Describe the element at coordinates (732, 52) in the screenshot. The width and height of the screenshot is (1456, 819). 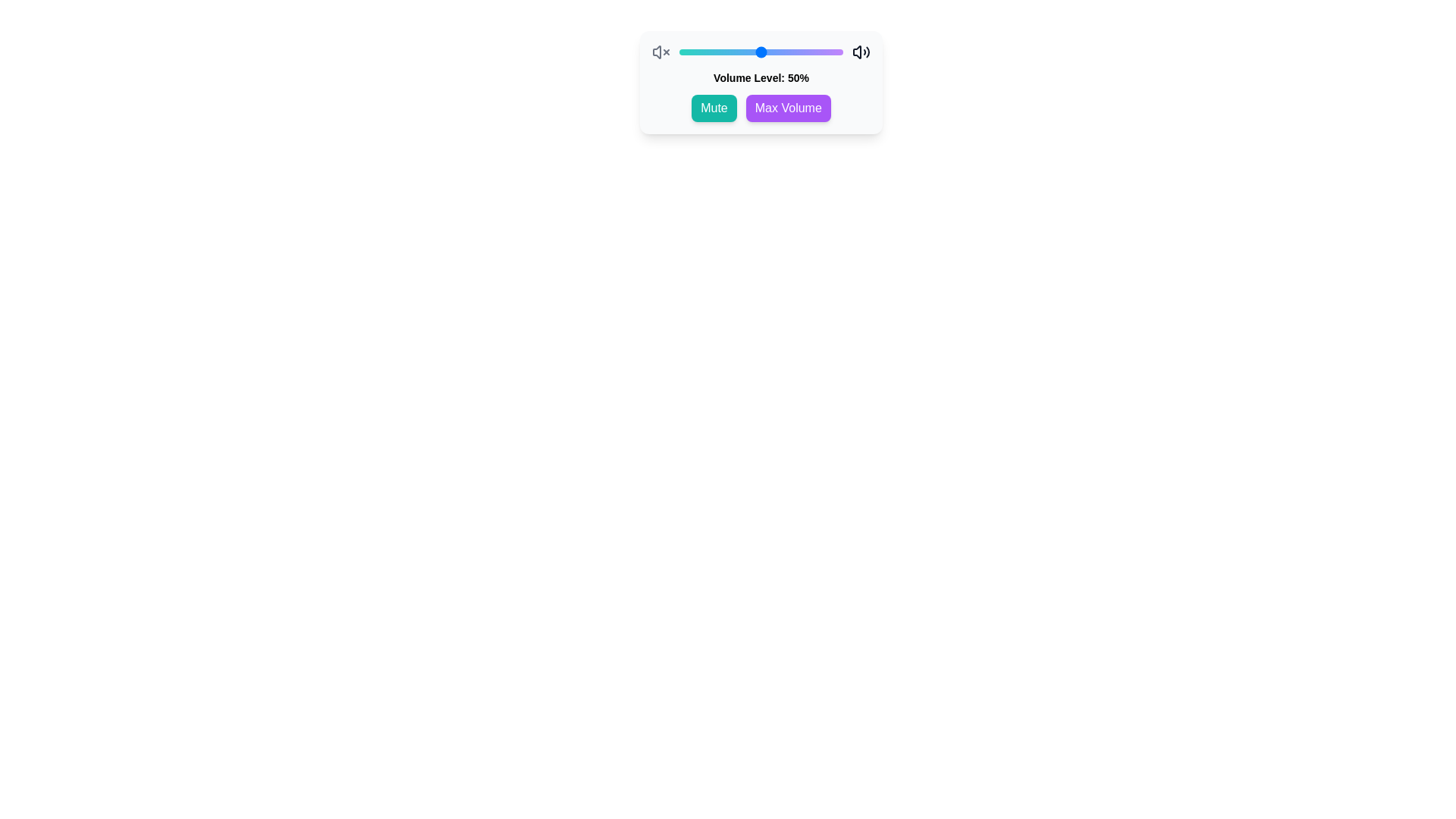
I see `the volume slider to set the volume level to 32%` at that location.